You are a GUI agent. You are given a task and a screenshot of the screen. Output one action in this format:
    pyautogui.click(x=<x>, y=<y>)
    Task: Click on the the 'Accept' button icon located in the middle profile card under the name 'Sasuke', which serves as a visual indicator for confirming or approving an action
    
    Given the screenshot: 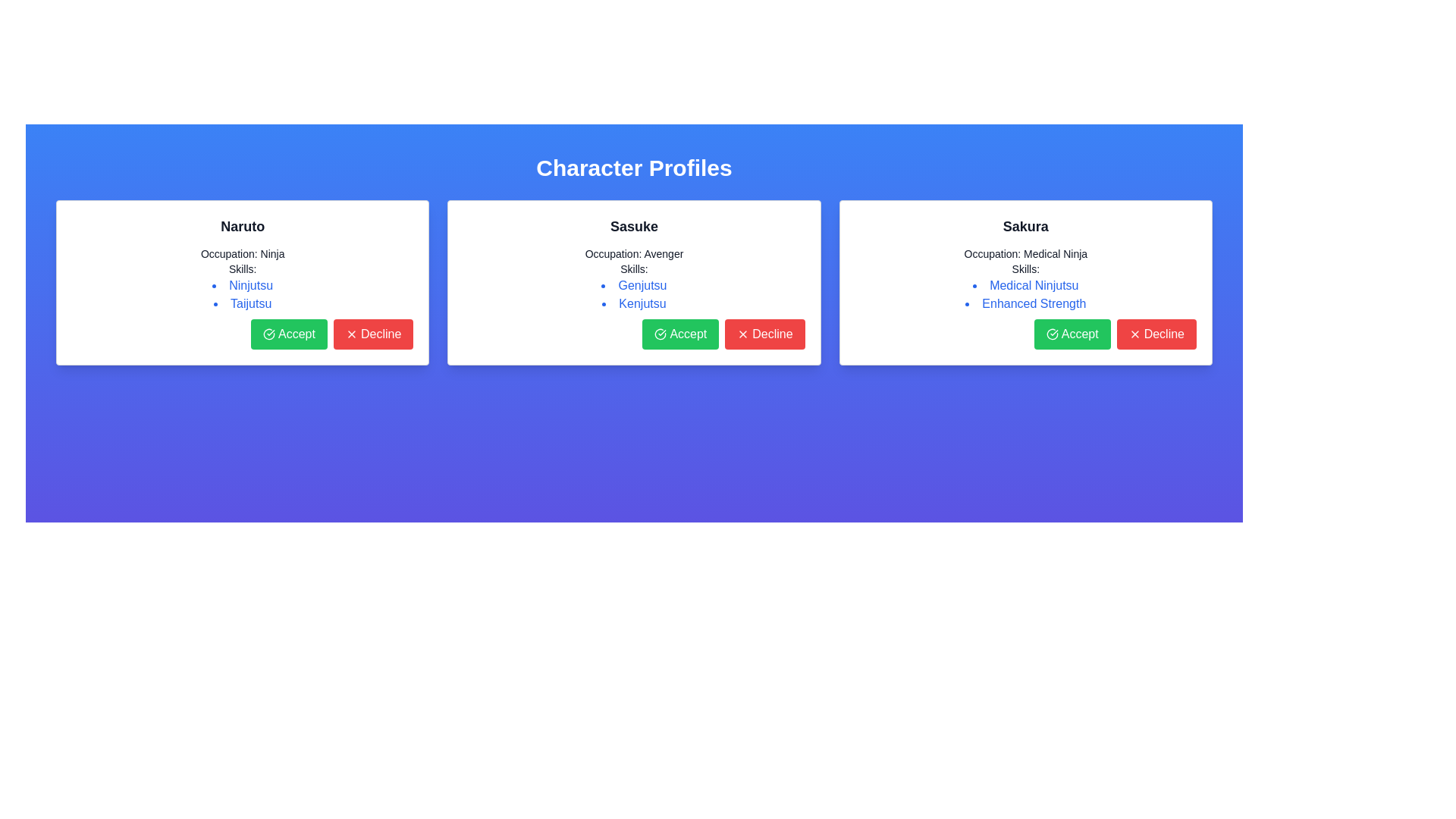 What is the action you would take?
    pyautogui.click(x=661, y=333)
    